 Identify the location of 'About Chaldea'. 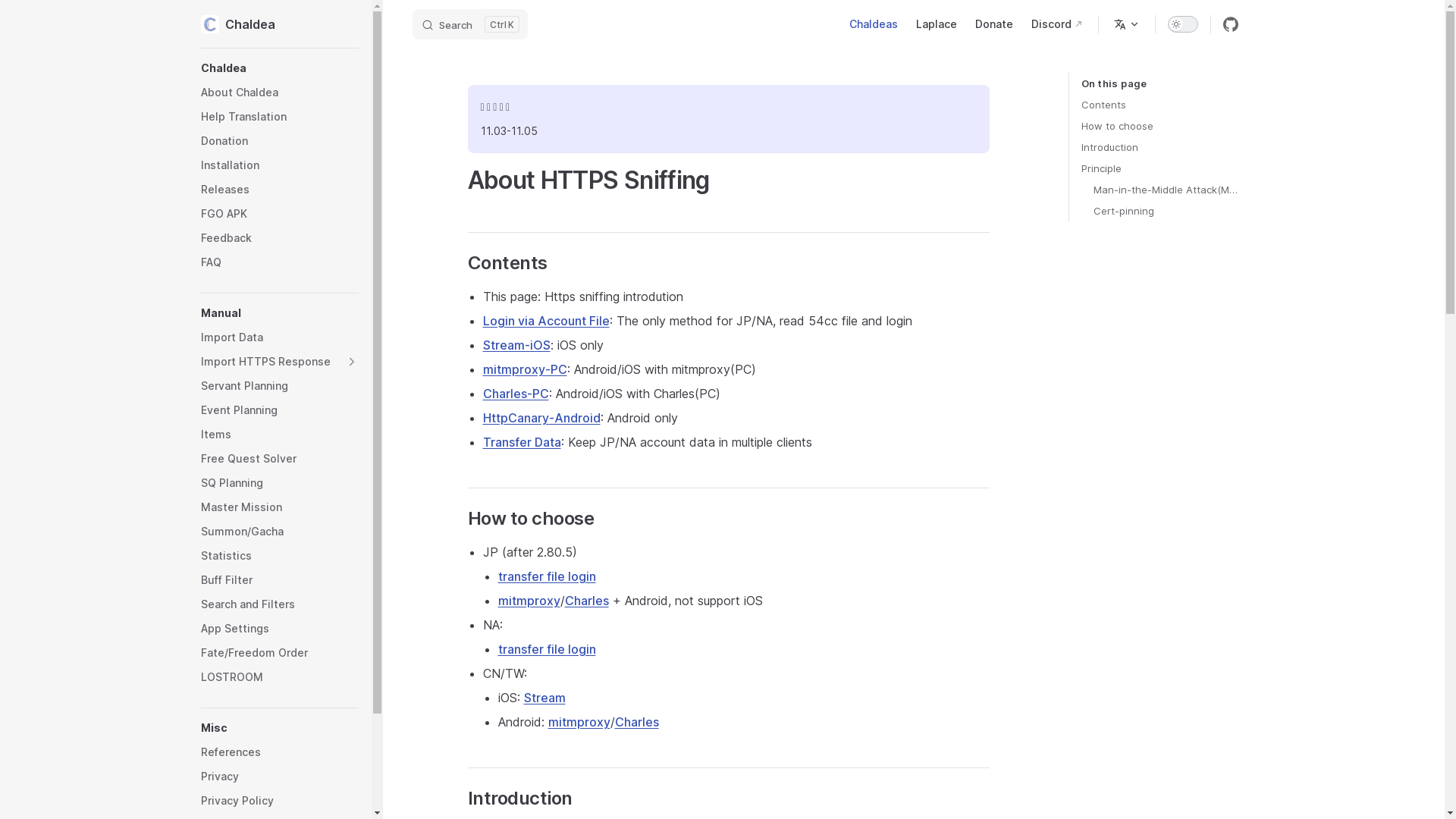
(279, 93).